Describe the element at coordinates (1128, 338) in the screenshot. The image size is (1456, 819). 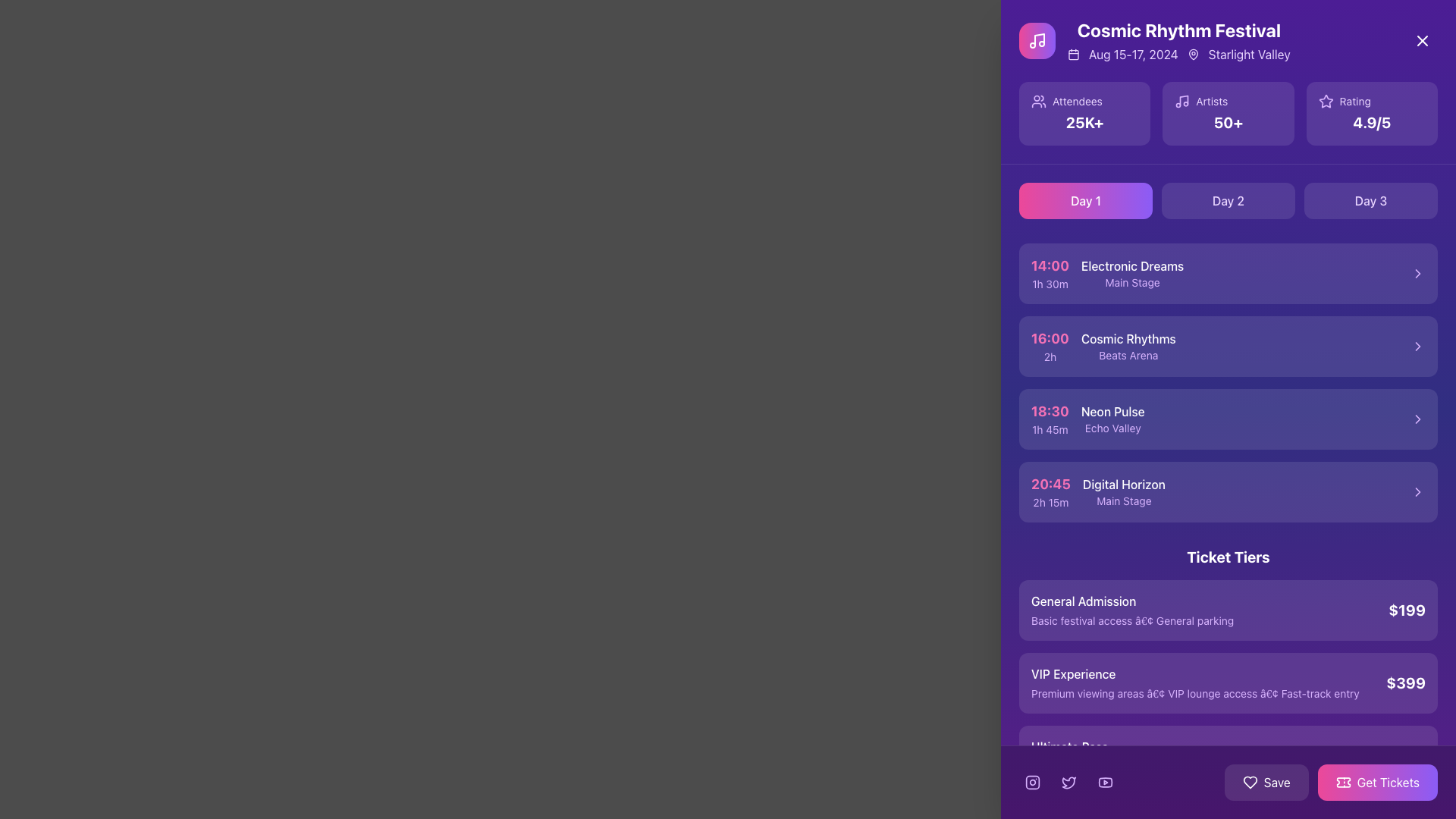
I see `the static text label that displays 'Cosmic Rhythms,' which is styled in white and bold font and is located above 'Beats Arena' in the event list on a purple background` at that location.